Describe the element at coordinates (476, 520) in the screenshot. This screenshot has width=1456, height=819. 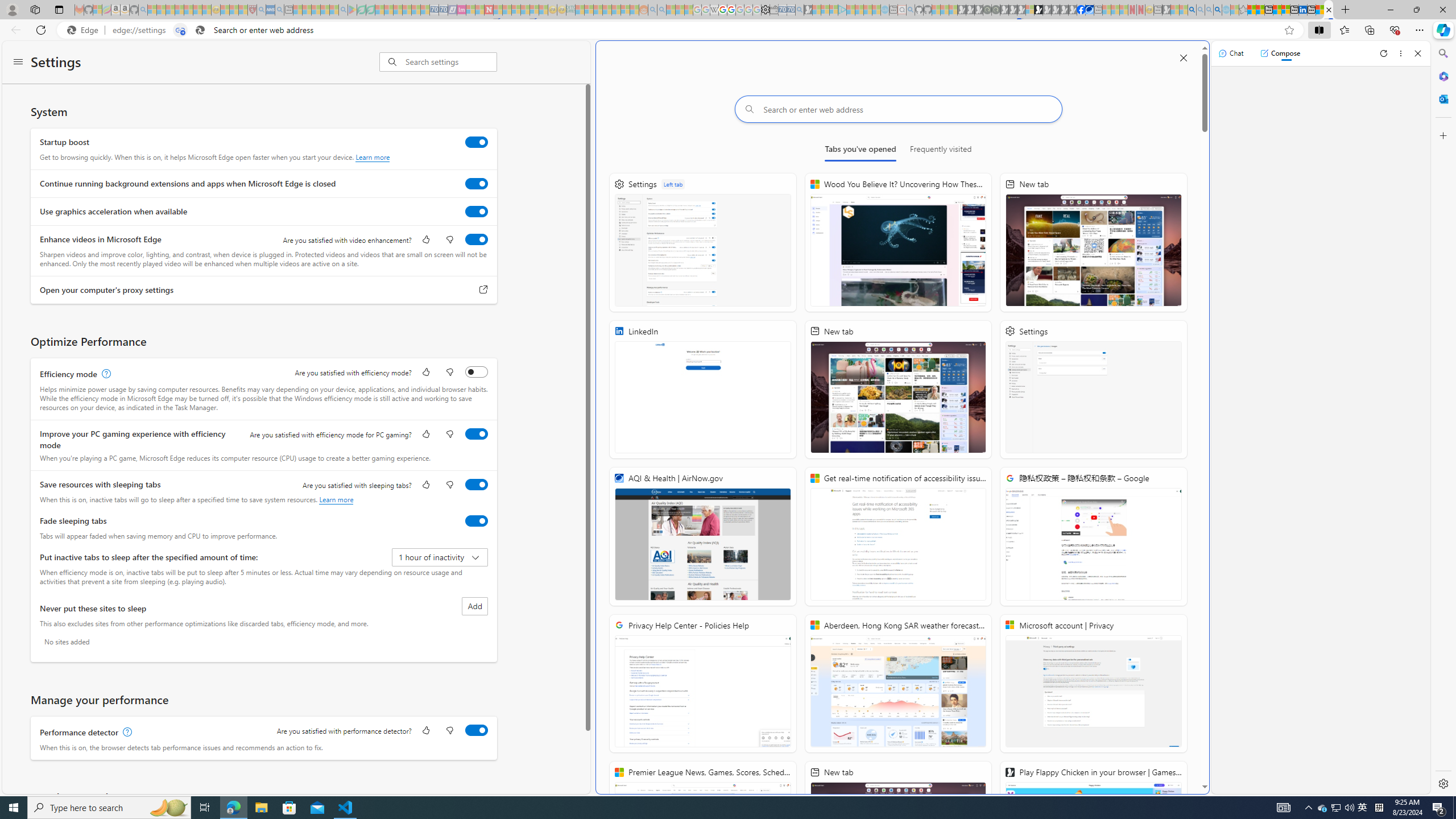
I see `'Fade sleeping tabs'` at that location.